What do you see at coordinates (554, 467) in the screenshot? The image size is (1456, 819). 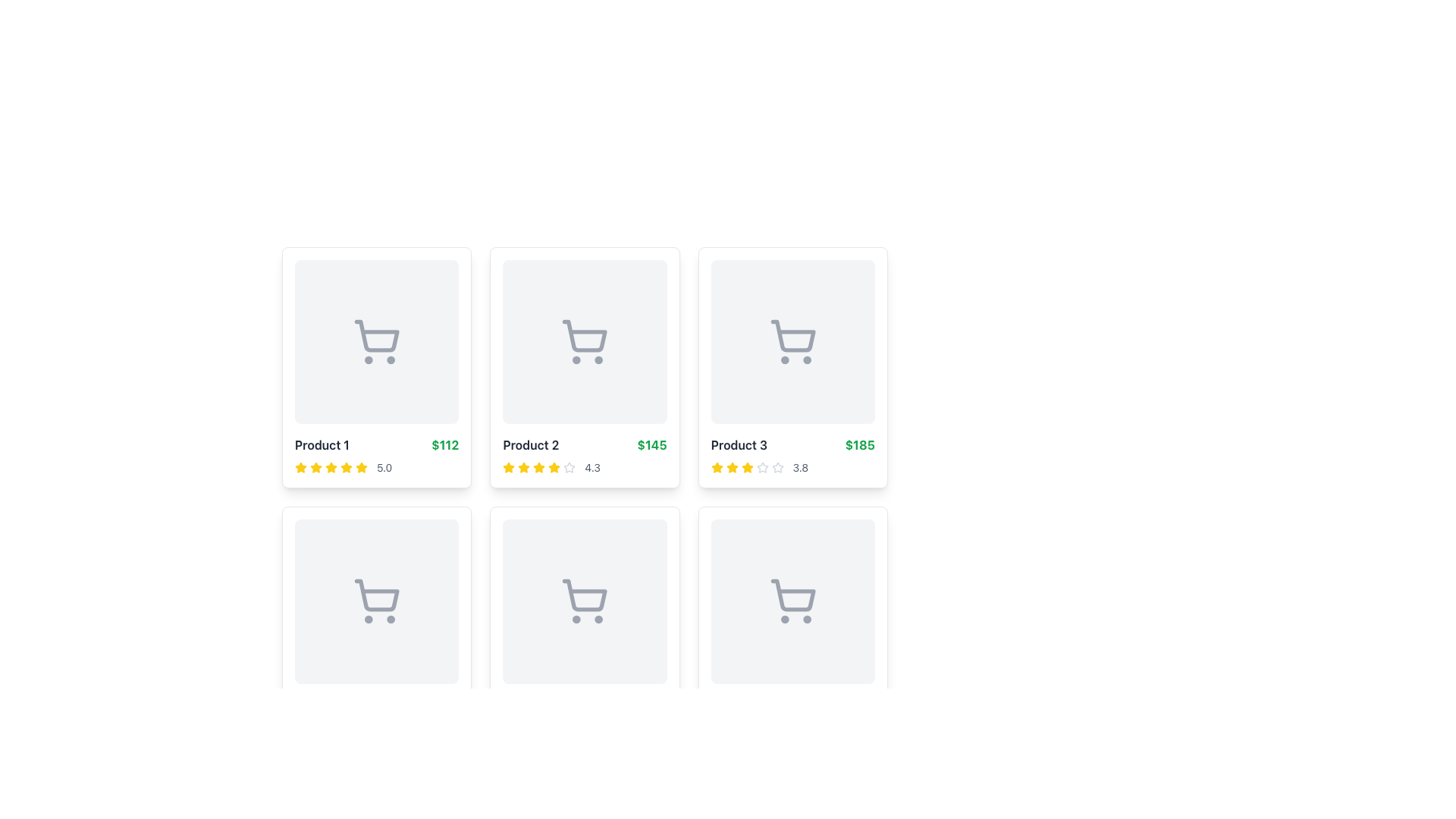 I see `the fifth yellow star icon in the rating system for the second product, positioned between the fourth and sixth stars, to trigger its functionality if available` at bounding box center [554, 467].